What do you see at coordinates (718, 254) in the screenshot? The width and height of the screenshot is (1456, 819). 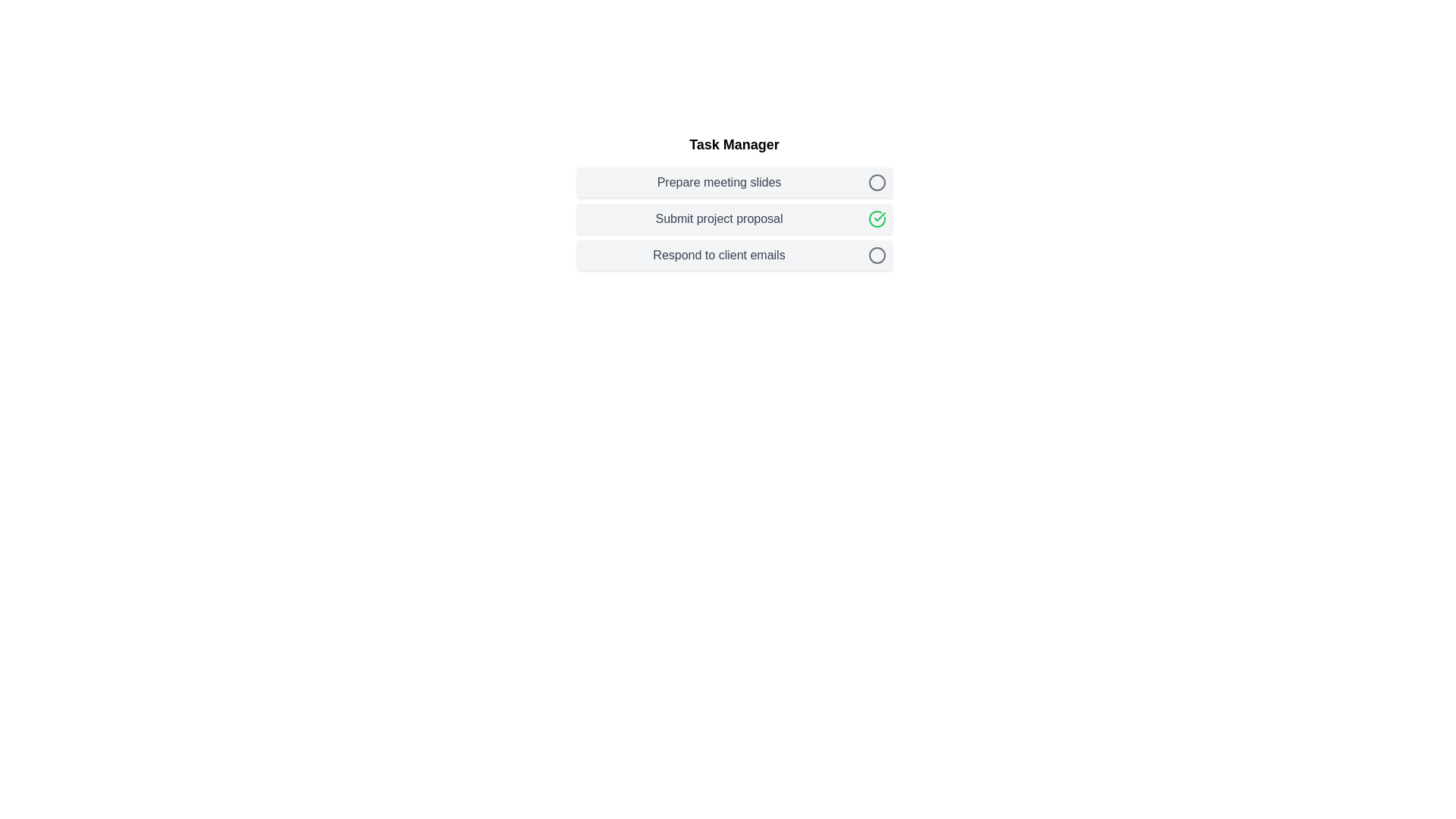 I see `the text display element that describes the third task in the list, which follows the items titled 'Prepare meeting slides' and 'Submit project proposal'` at bounding box center [718, 254].